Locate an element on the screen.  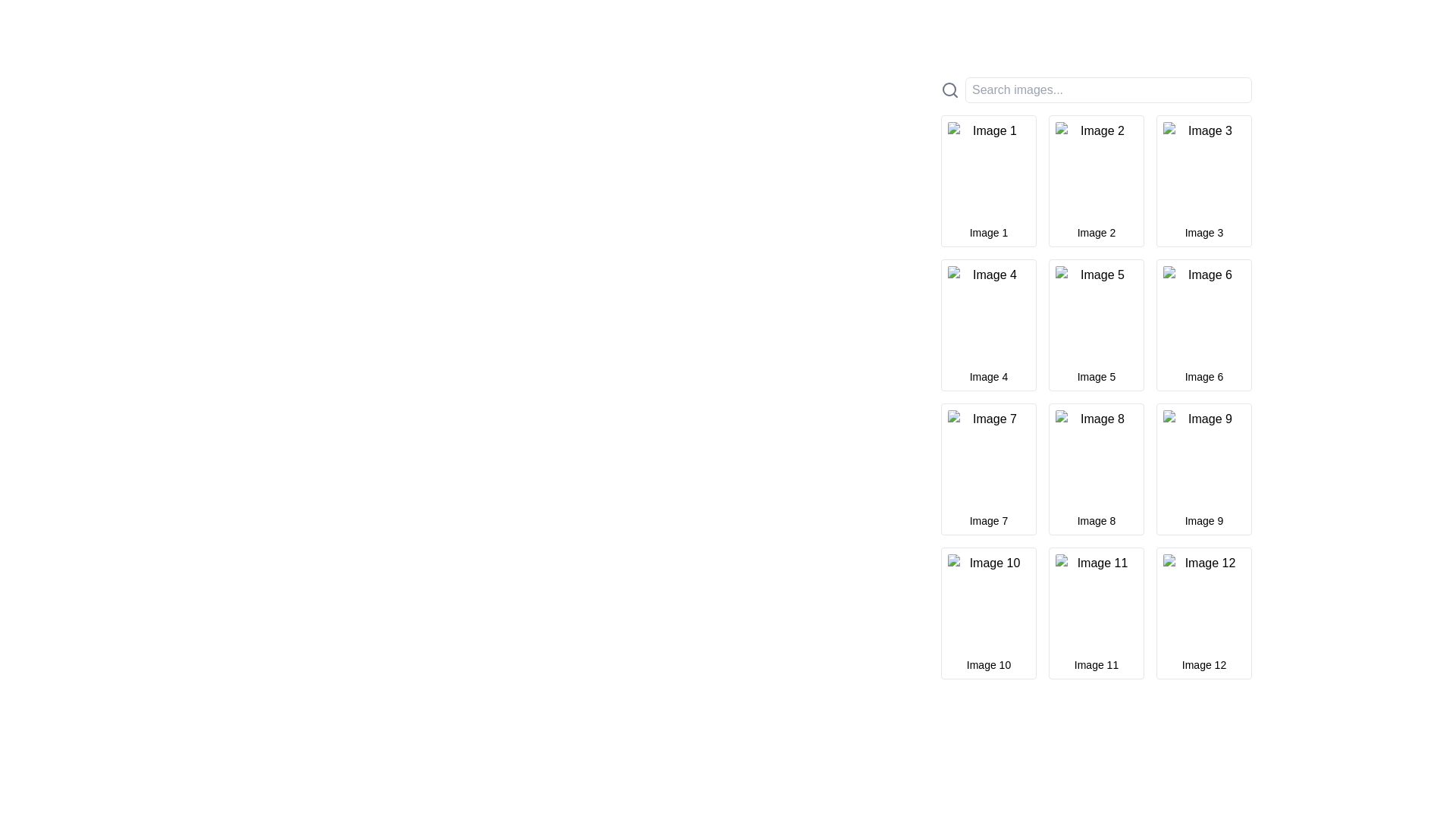
the circular part of the magnifying glass icon located to the left of the input field at the top of the interface is located at coordinates (949, 89).